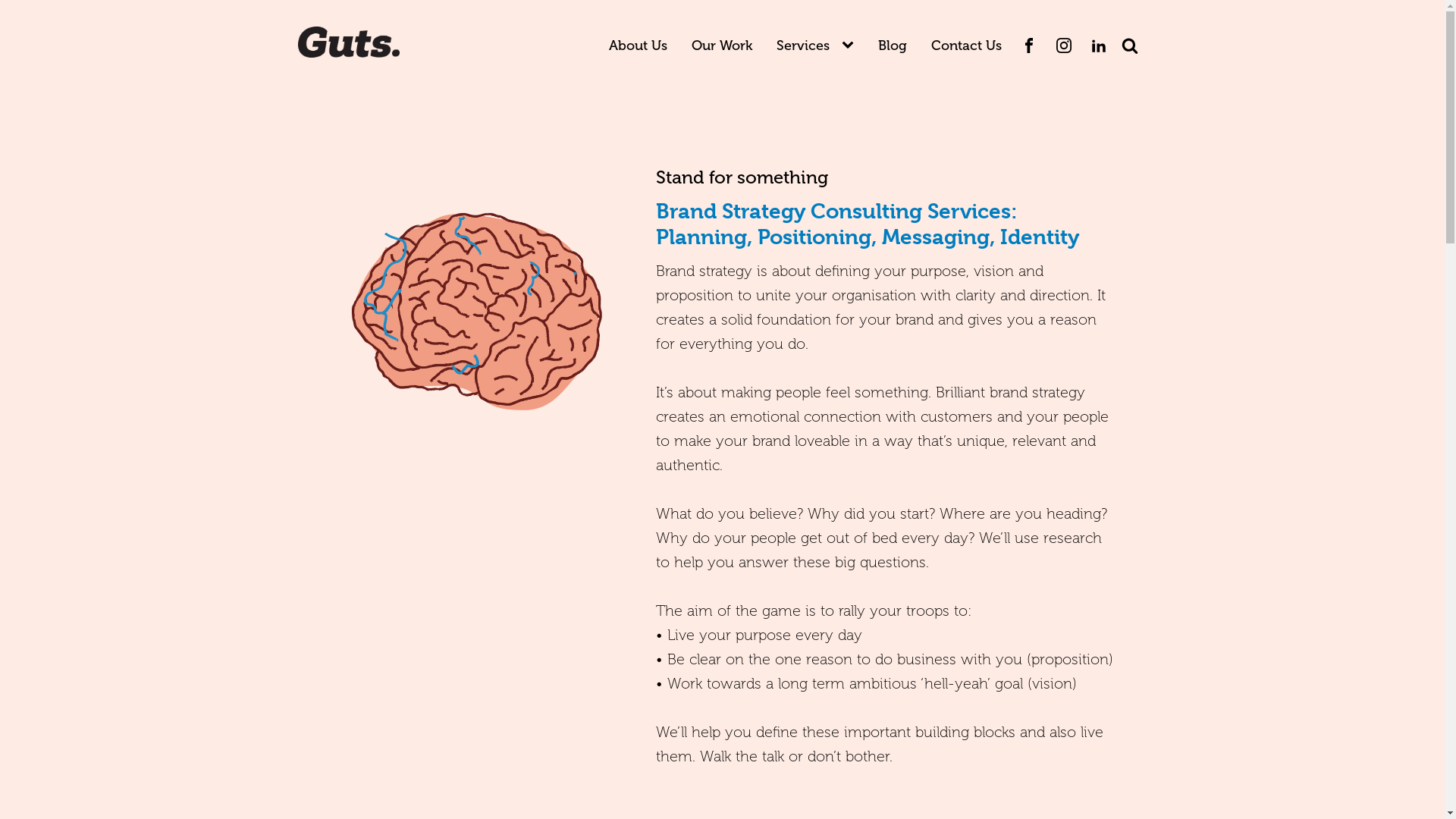 The image size is (1456, 819). Describe the element at coordinates (802, 45) in the screenshot. I see `'Services'` at that location.